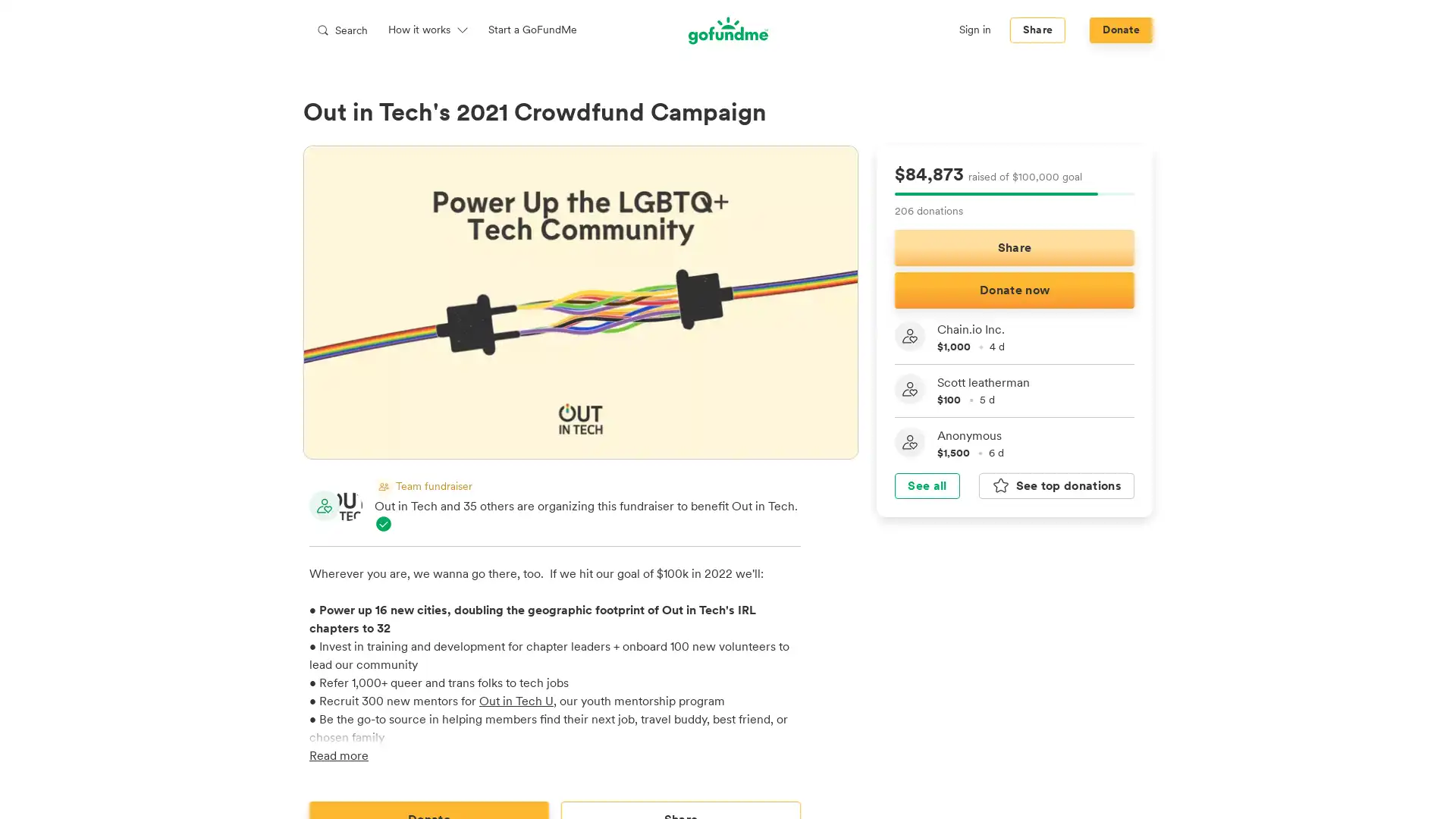 This screenshot has width=1456, height=819. I want to click on Search, so click(341, 30).